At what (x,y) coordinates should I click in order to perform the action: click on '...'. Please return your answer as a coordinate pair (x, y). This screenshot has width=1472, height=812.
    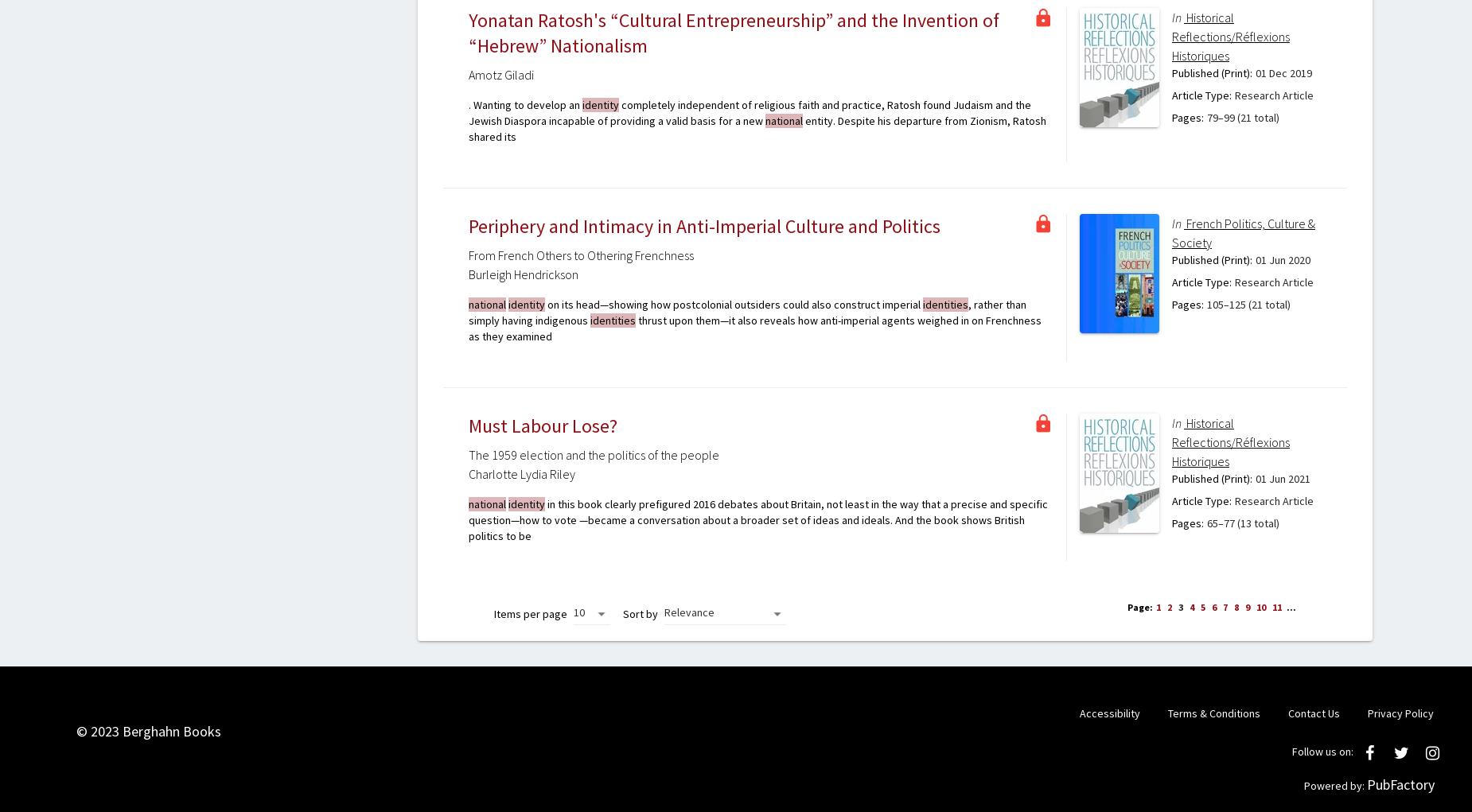
    Looking at the image, I should click on (1285, 607).